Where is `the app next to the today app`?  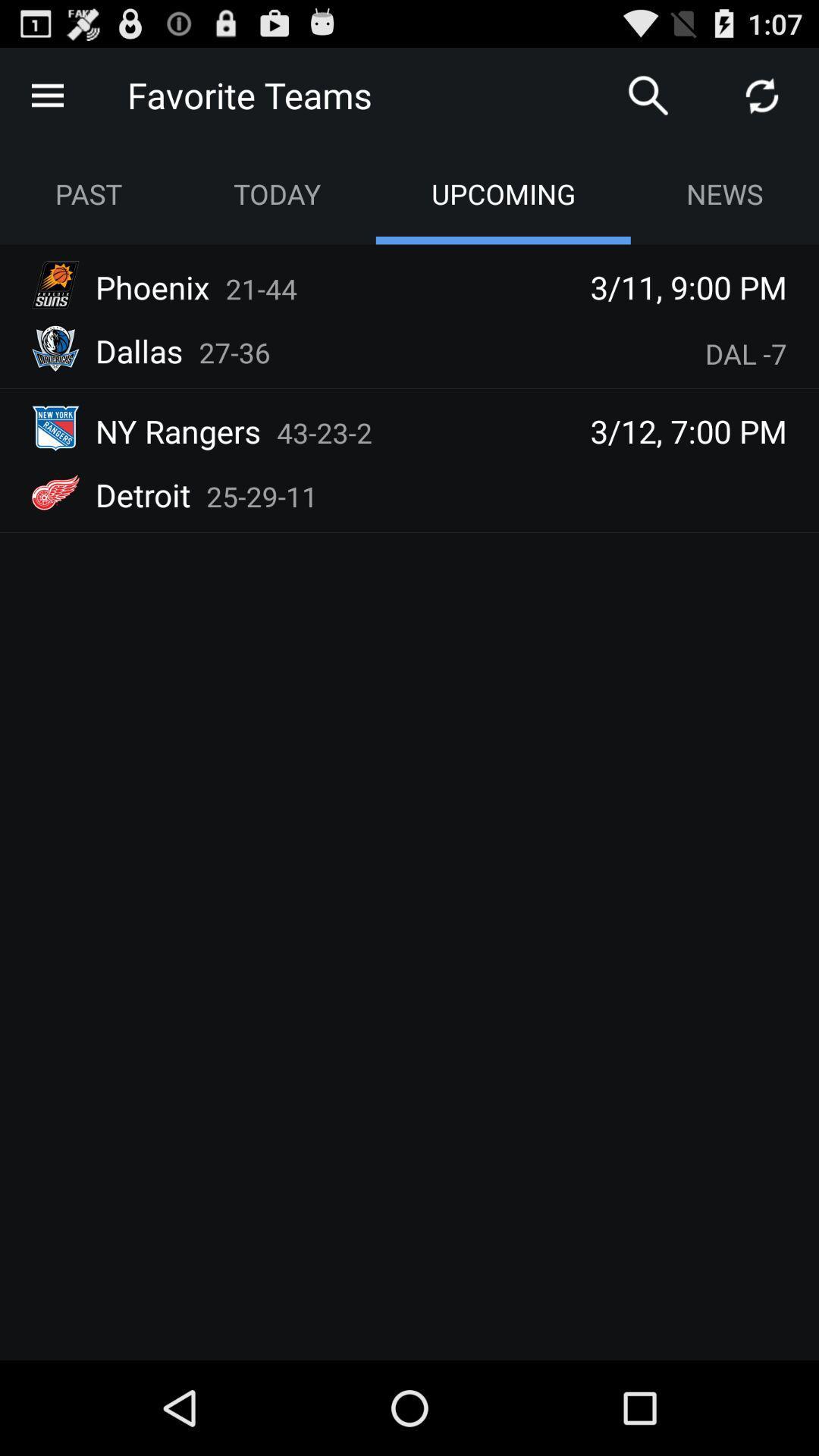 the app next to the today app is located at coordinates (89, 193).